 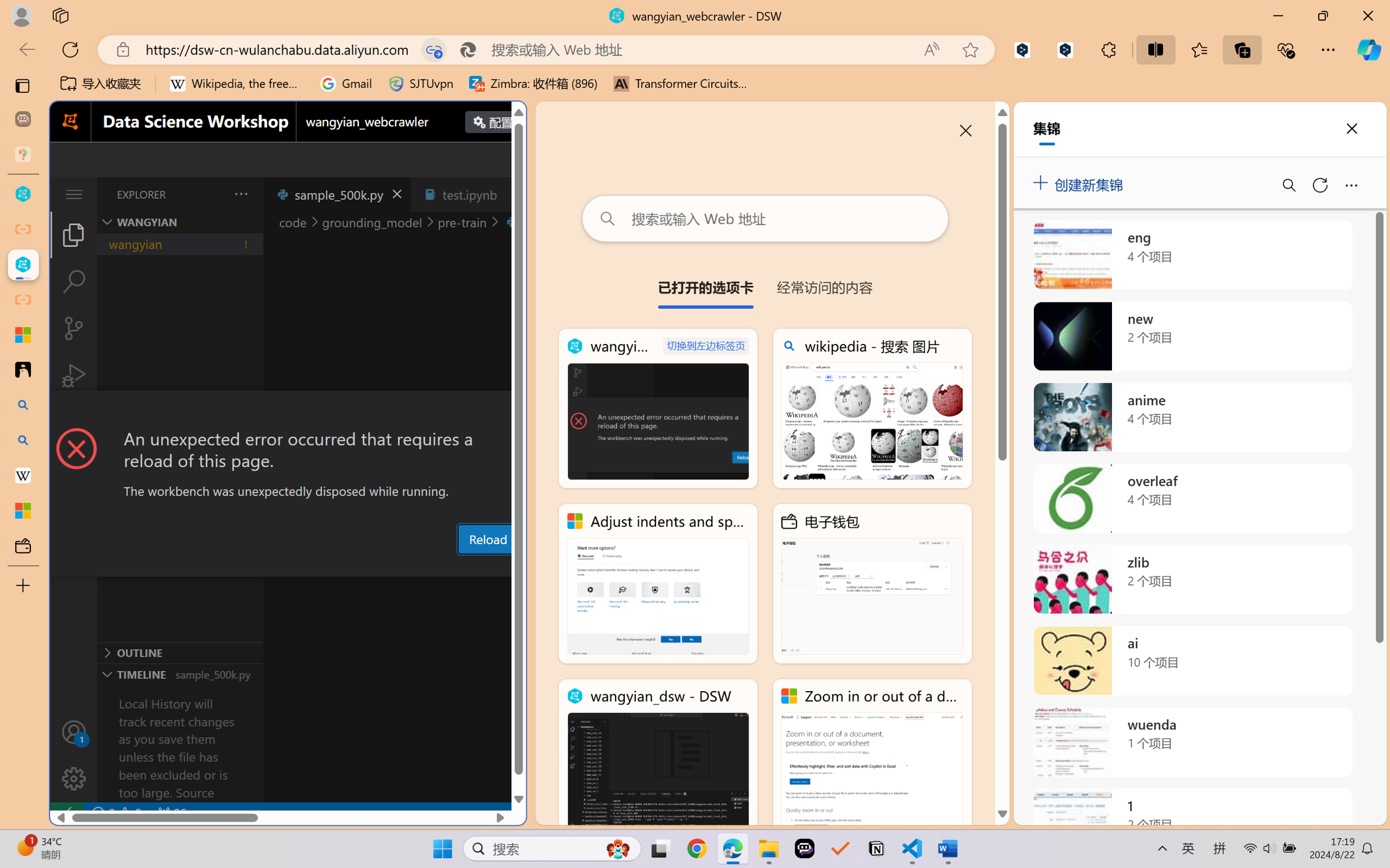 I want to click on 'Source Control (Ctrl+Shift+G)', so click(x=73, y=328).